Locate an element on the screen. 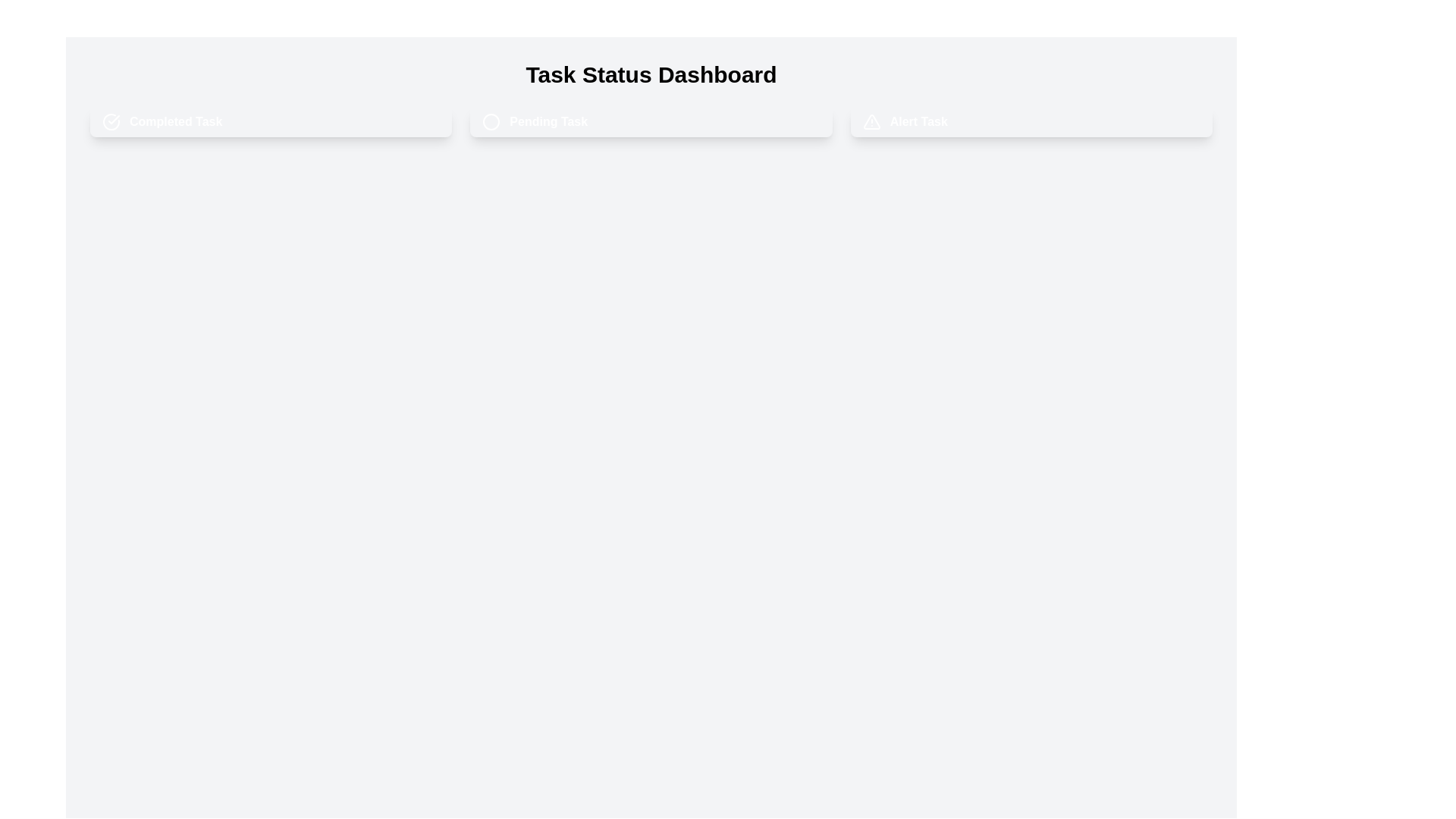  the task chip labeled pending Task is located at coordinates (651, 121).